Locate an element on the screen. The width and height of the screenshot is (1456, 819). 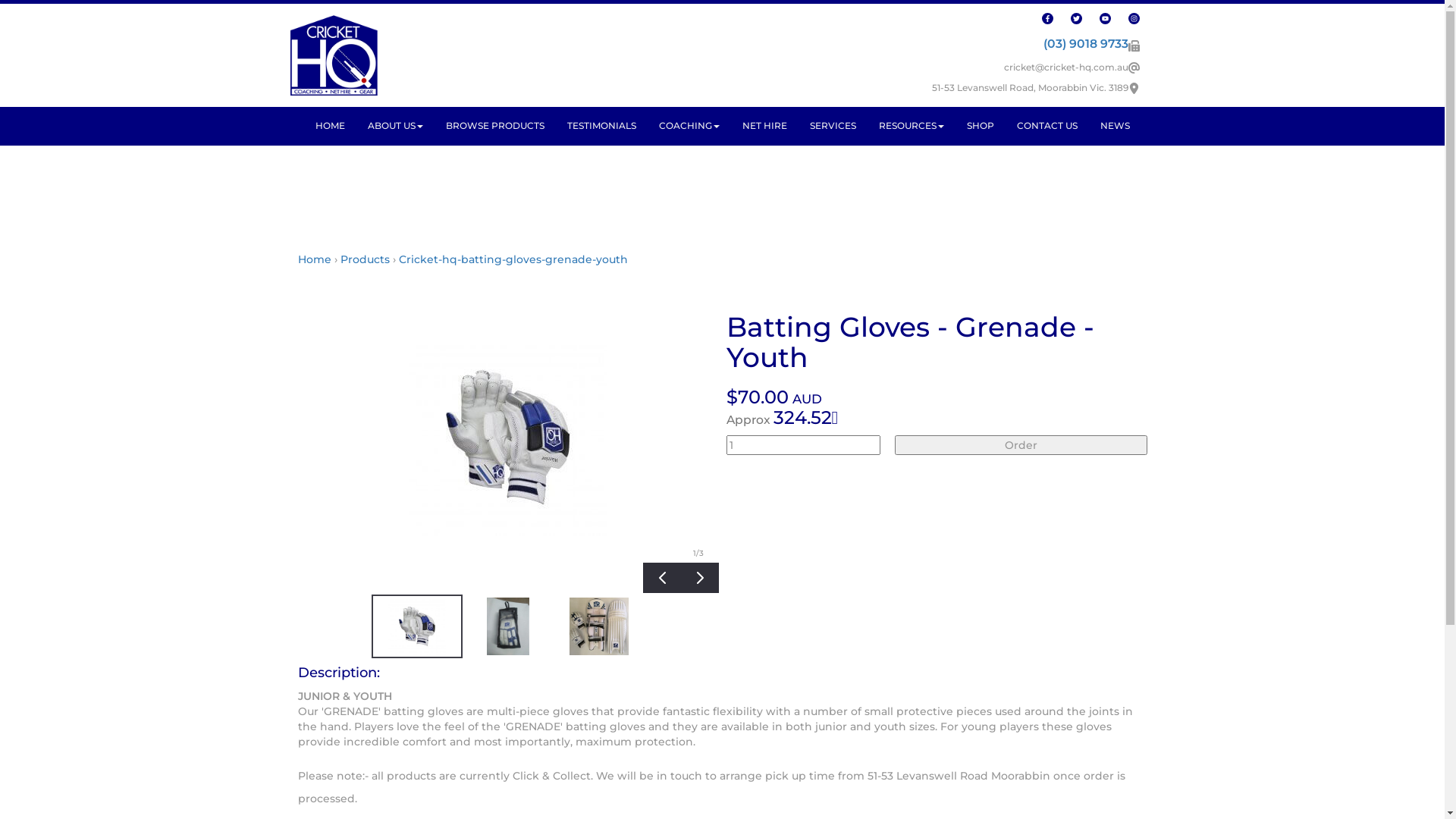
'cricket@cricket-hq.com.au' is located at coordinates (1065, 66).